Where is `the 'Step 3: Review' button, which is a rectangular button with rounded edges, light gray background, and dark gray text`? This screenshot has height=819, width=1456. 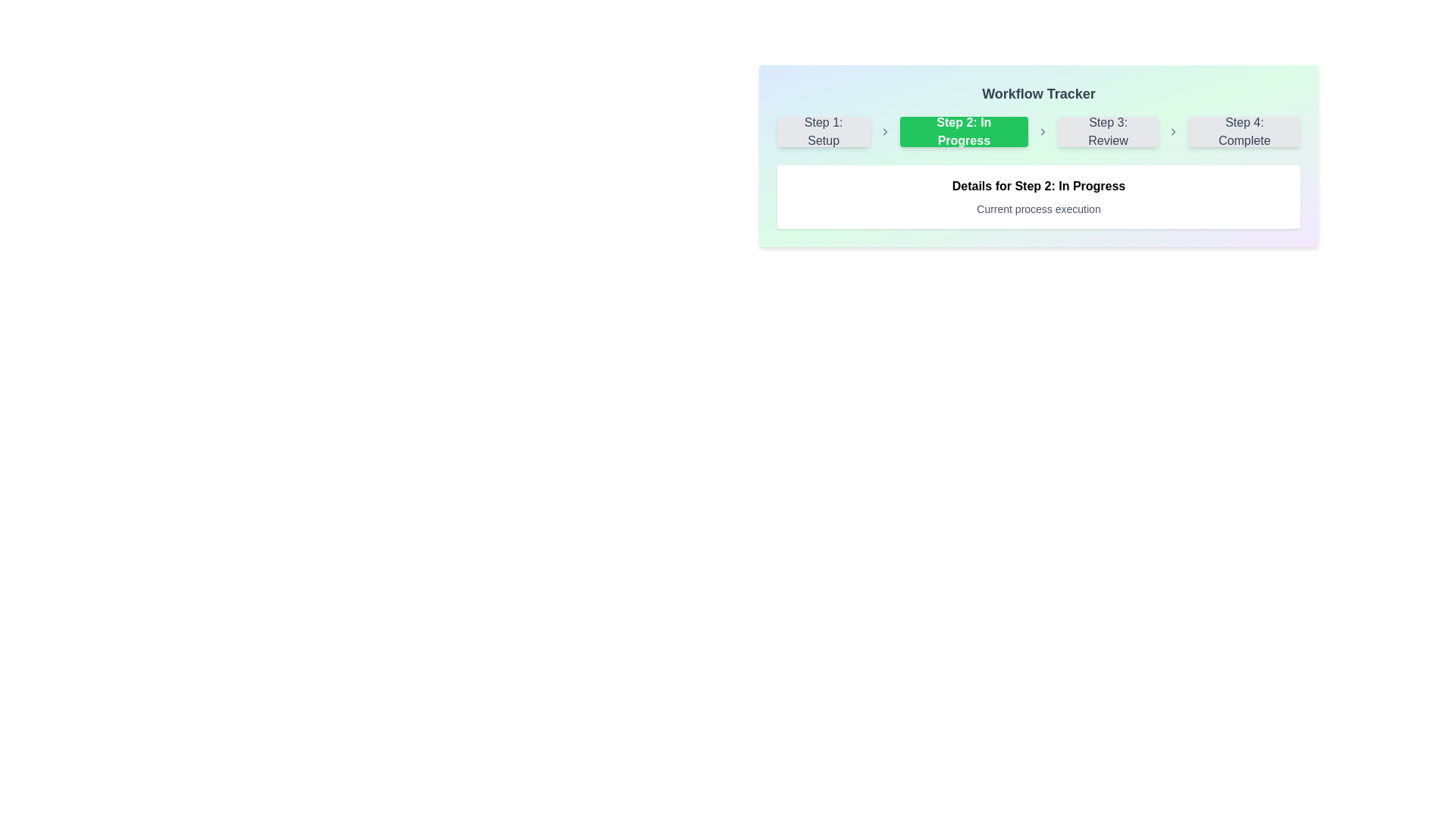 the 'Step 3: Review' button, which is a rectangular button with rounded edges, light gray background, and dark gray text is located at coordinates (1108, 130).